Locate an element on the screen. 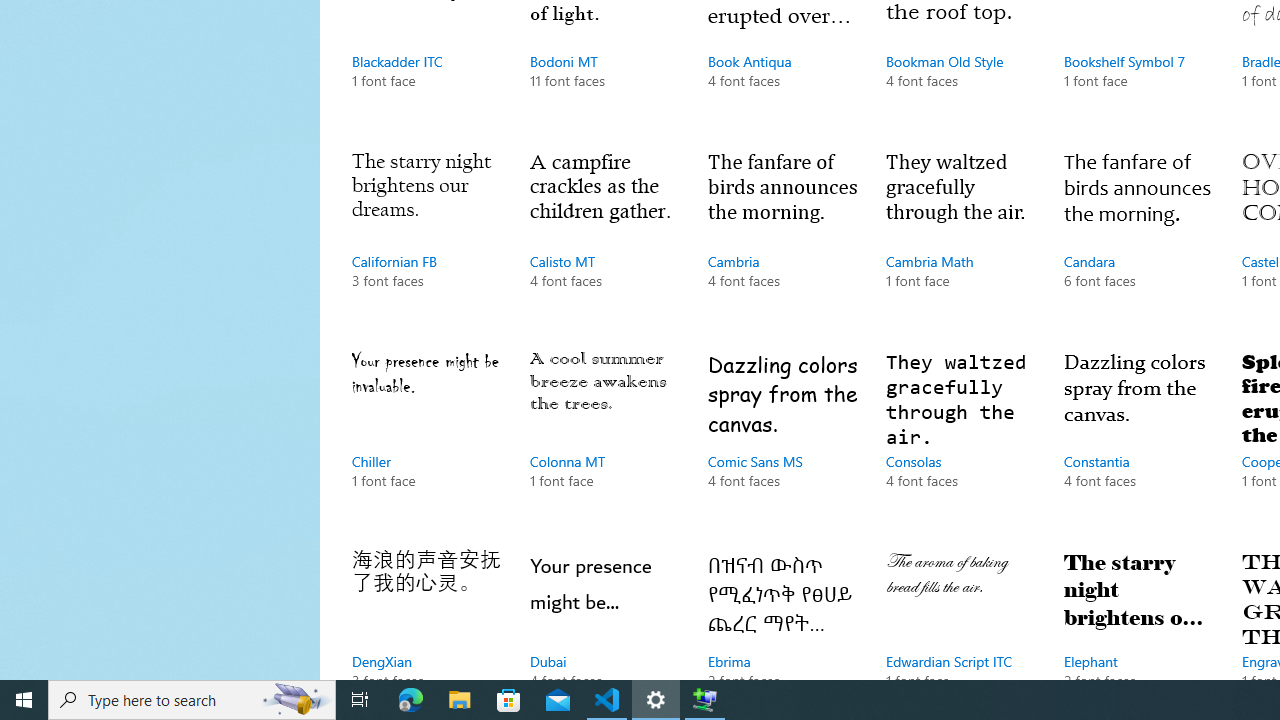 Image resolution: width=1280 pixels, height=720 pixels. 'Settings - 1 running window' is located at coordinates (656, 698).